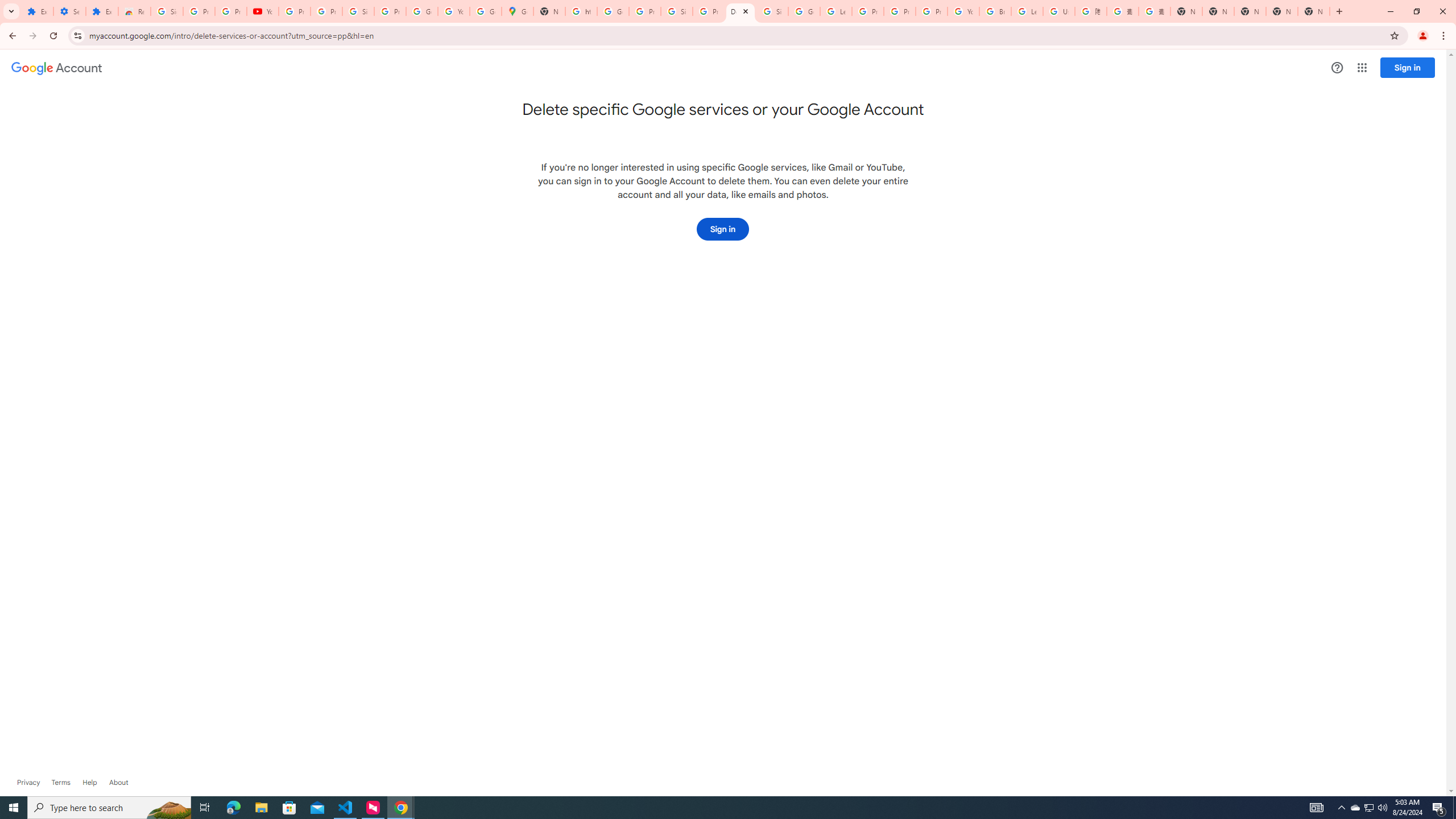 The height and width of the screenshot is (819, 1456). Describe the element at coordinates (868, 11) in the screenshot. I see `'Privacy Help Center - Policies Help'` at that location.